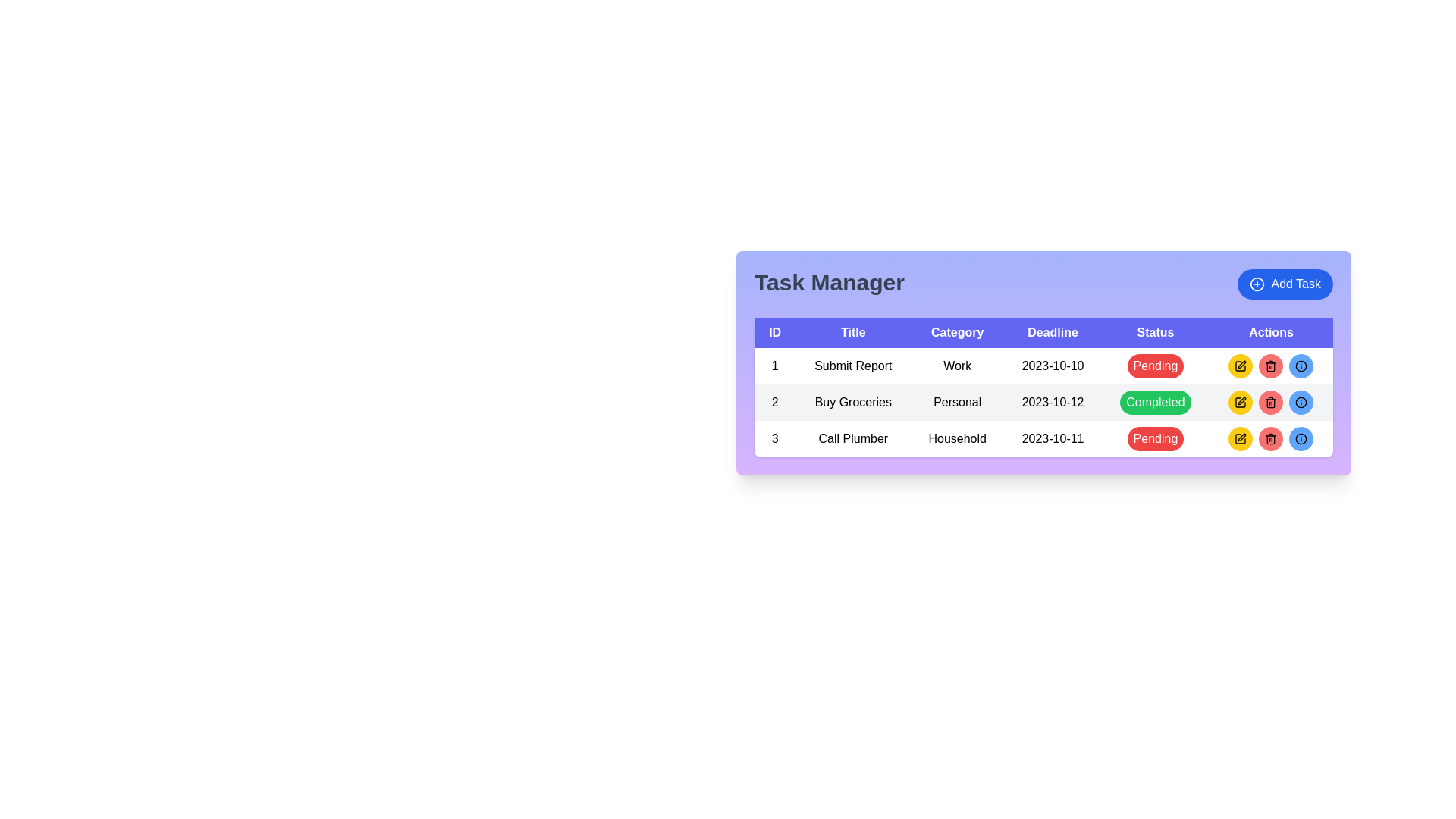 The height and width of the screenshot is (819, 1456). Describe the element at coordinates (1301, 402) in the screenshot. I see `the information button located in the second row of the 'Actions' column in the task manager interface` at that location.